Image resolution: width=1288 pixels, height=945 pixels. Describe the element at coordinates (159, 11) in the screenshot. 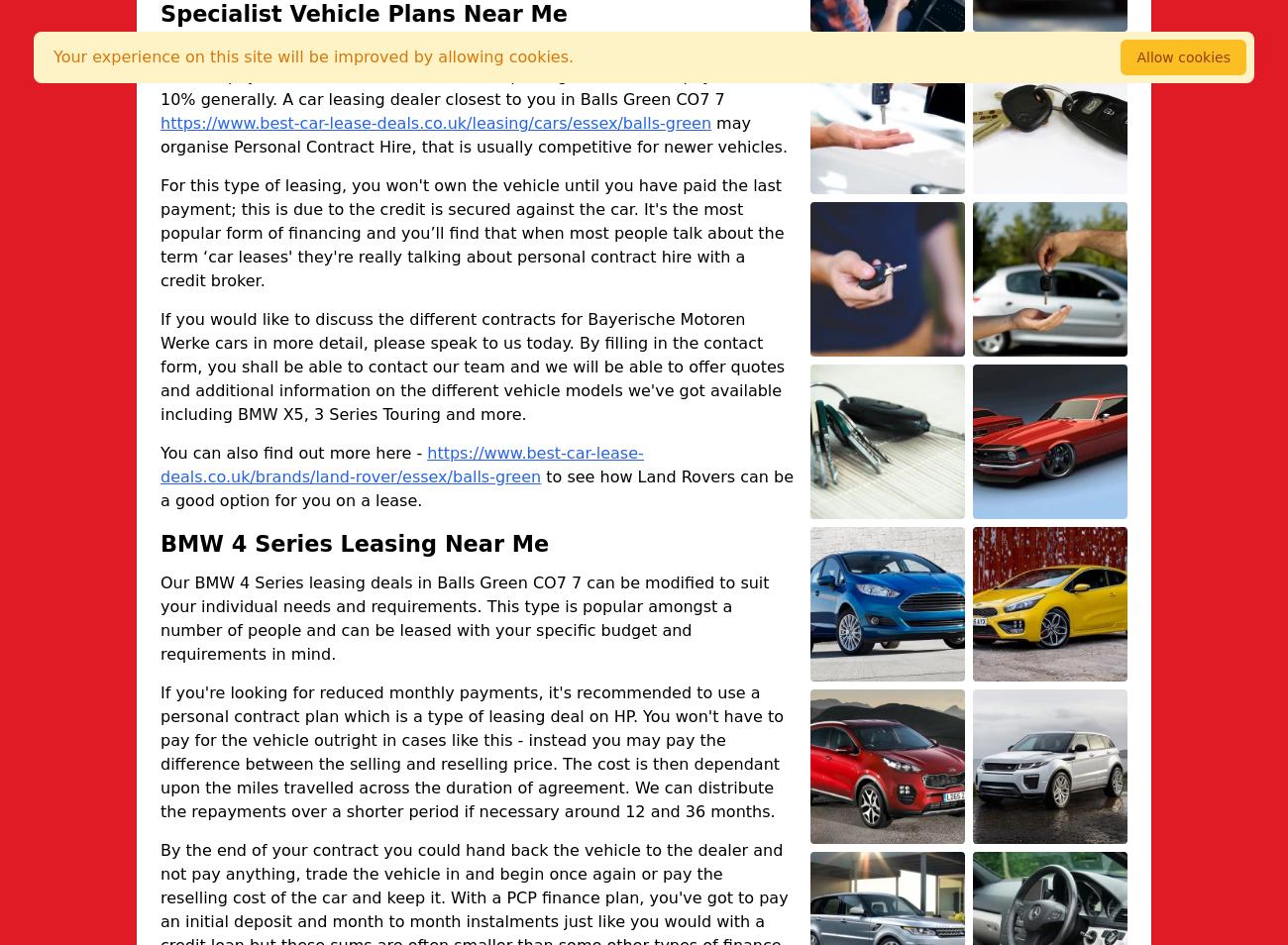

I see `'Specialist Vehicle Plans Near Me'` at that location.